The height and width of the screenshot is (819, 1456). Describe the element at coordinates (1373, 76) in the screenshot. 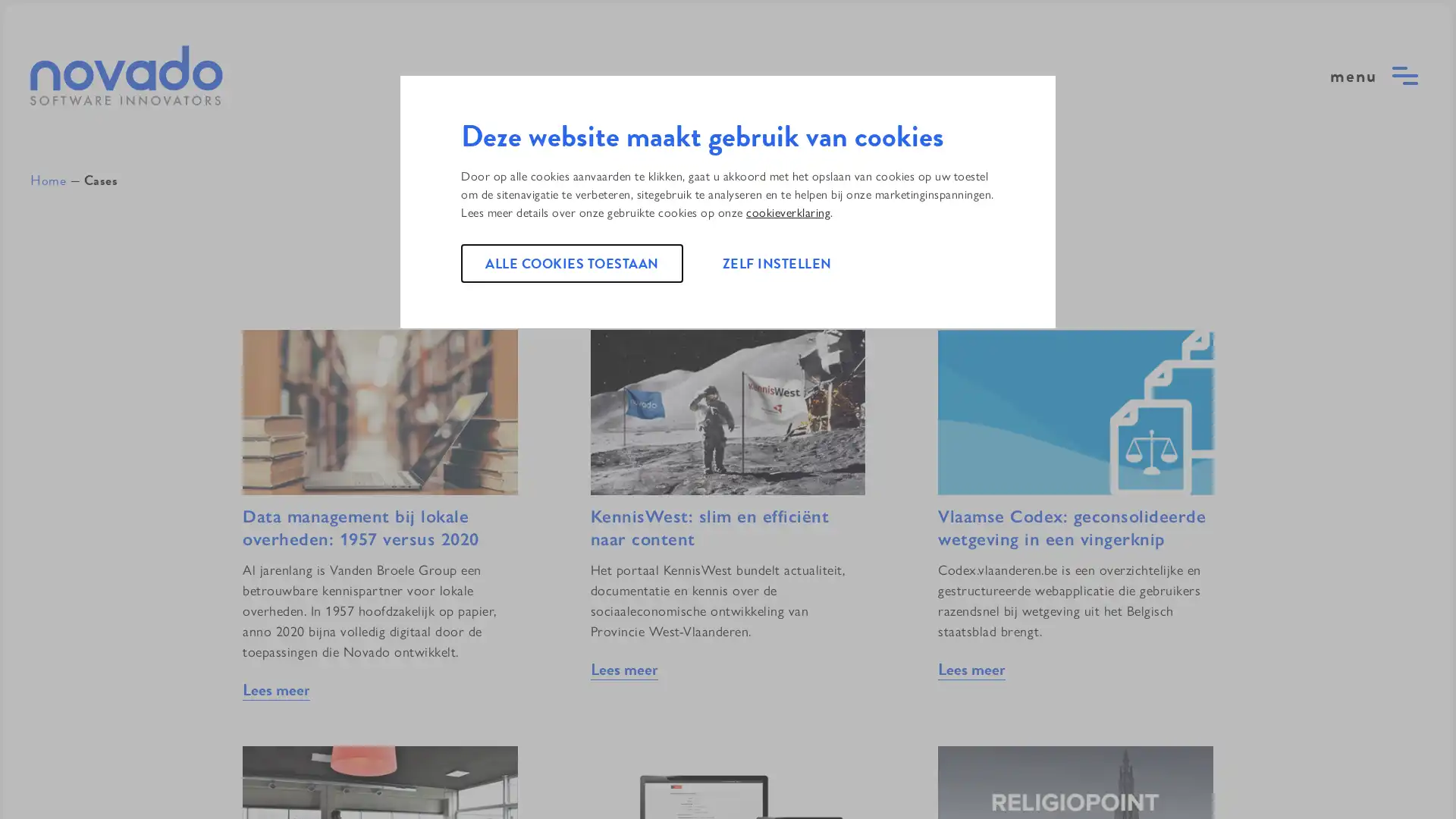

I see `open menu` at that location.